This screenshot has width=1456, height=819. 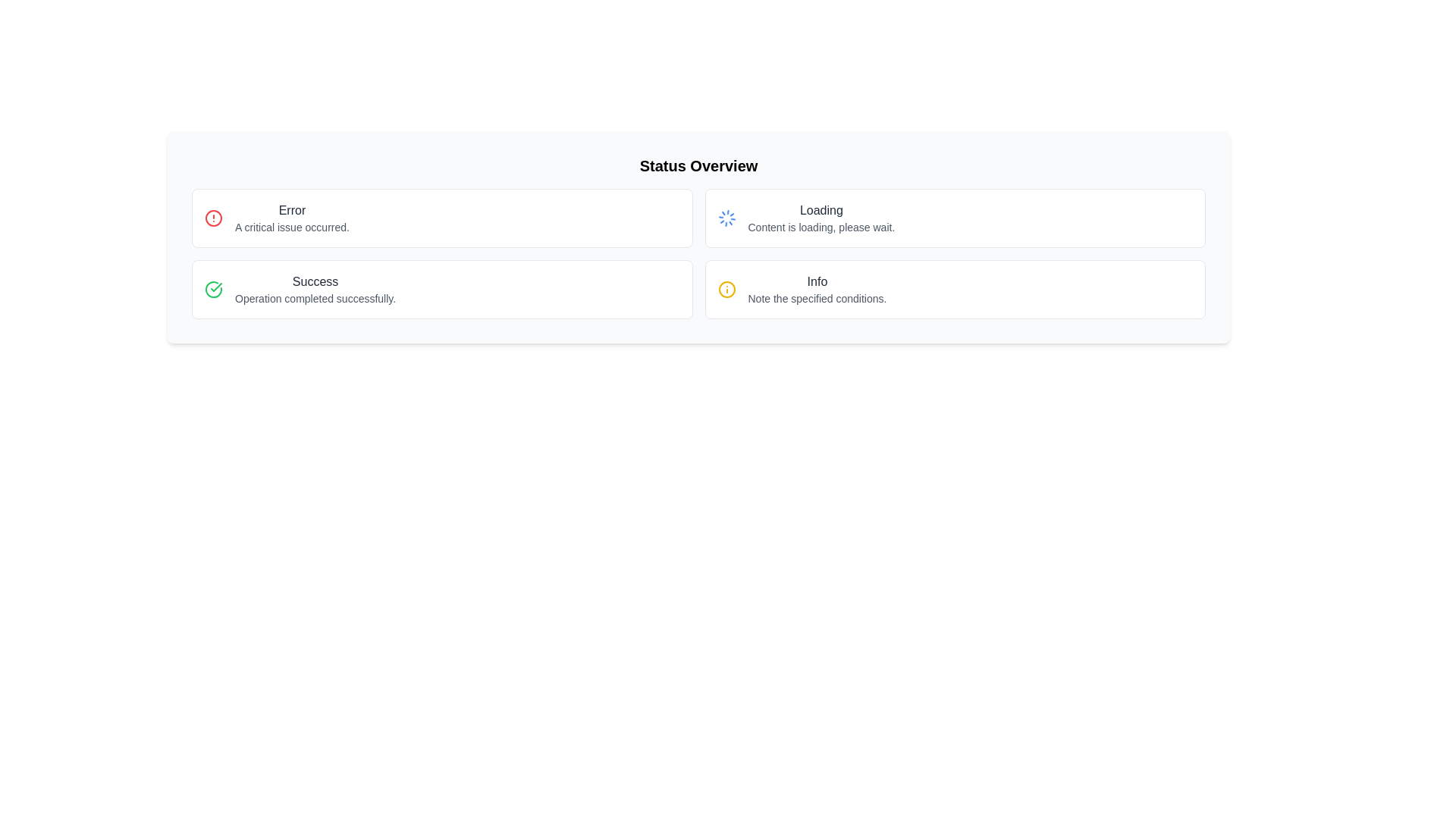 I want to click on the static text label providing confirmation related to a successful operation located under the 'Success' section in the 'Status Overview' heading, so click(x=315, y=298).